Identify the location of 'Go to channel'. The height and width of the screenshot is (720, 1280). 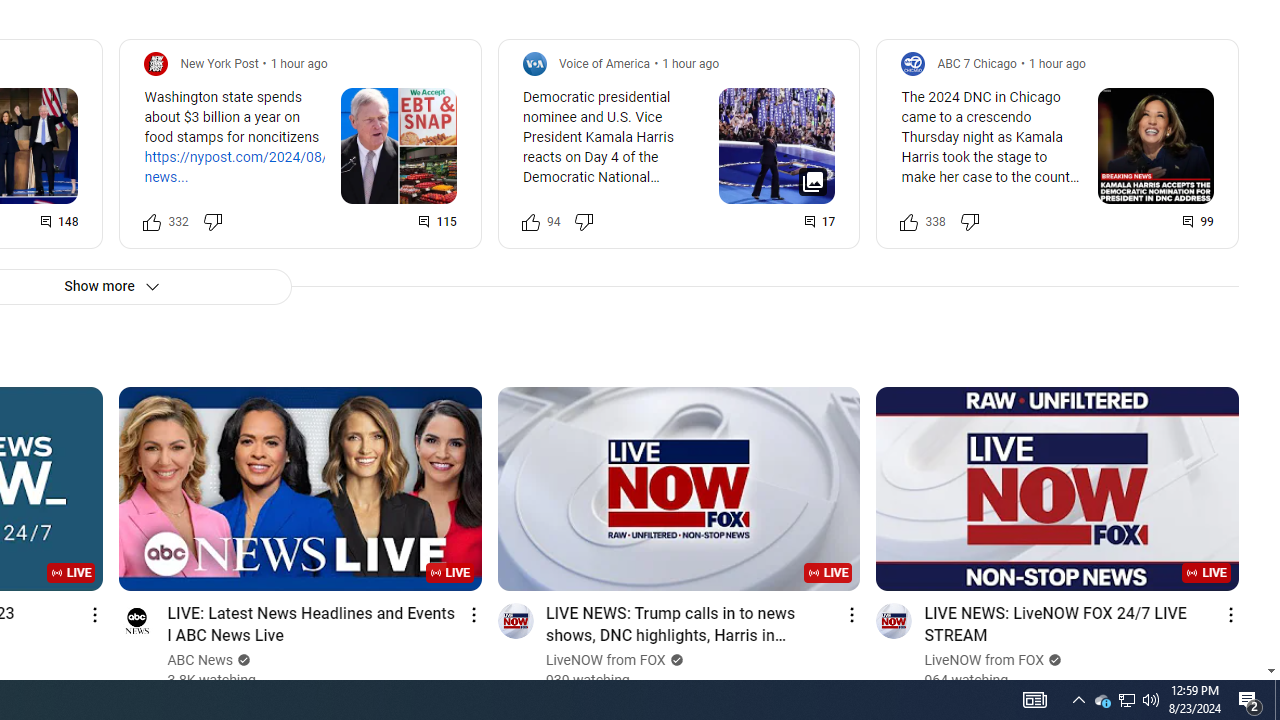
(893, 619).